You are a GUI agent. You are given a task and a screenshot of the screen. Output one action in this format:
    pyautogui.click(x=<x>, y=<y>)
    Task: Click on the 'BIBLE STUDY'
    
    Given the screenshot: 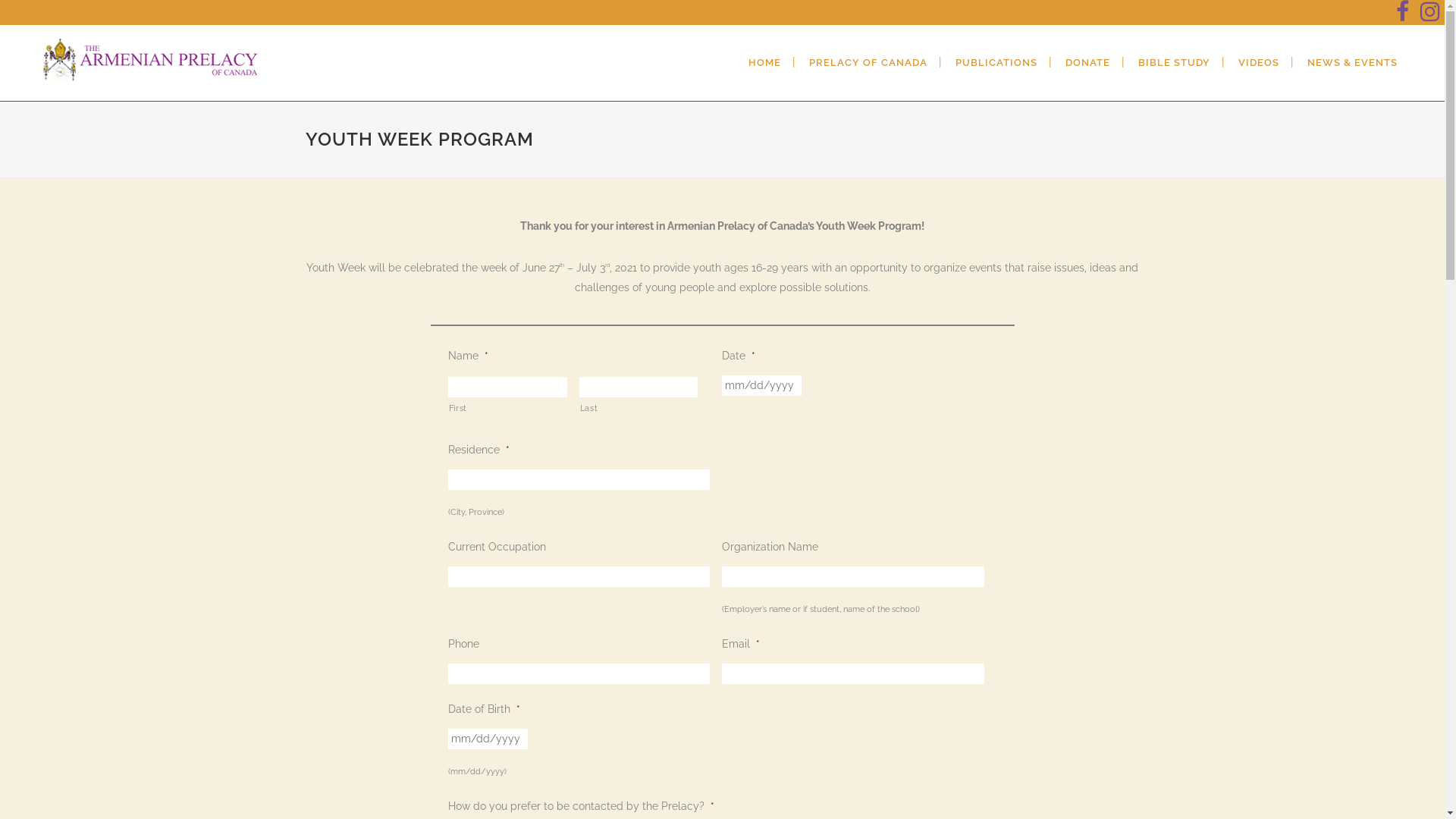 What is the action you would take?
    pyautogui.click(x=1173, y=62)
    